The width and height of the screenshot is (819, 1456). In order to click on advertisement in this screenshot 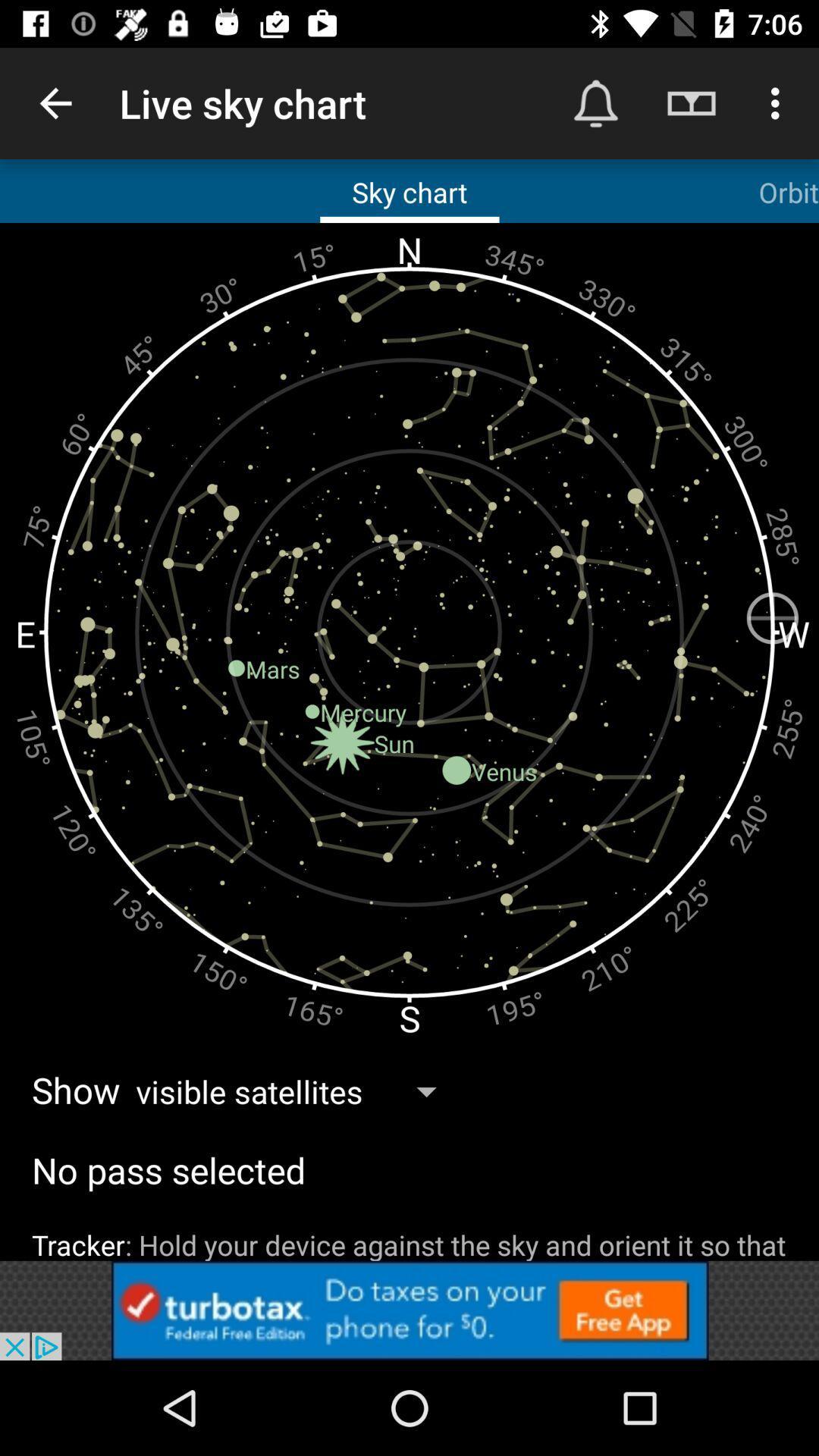, I will do `click(409, 1310)`.